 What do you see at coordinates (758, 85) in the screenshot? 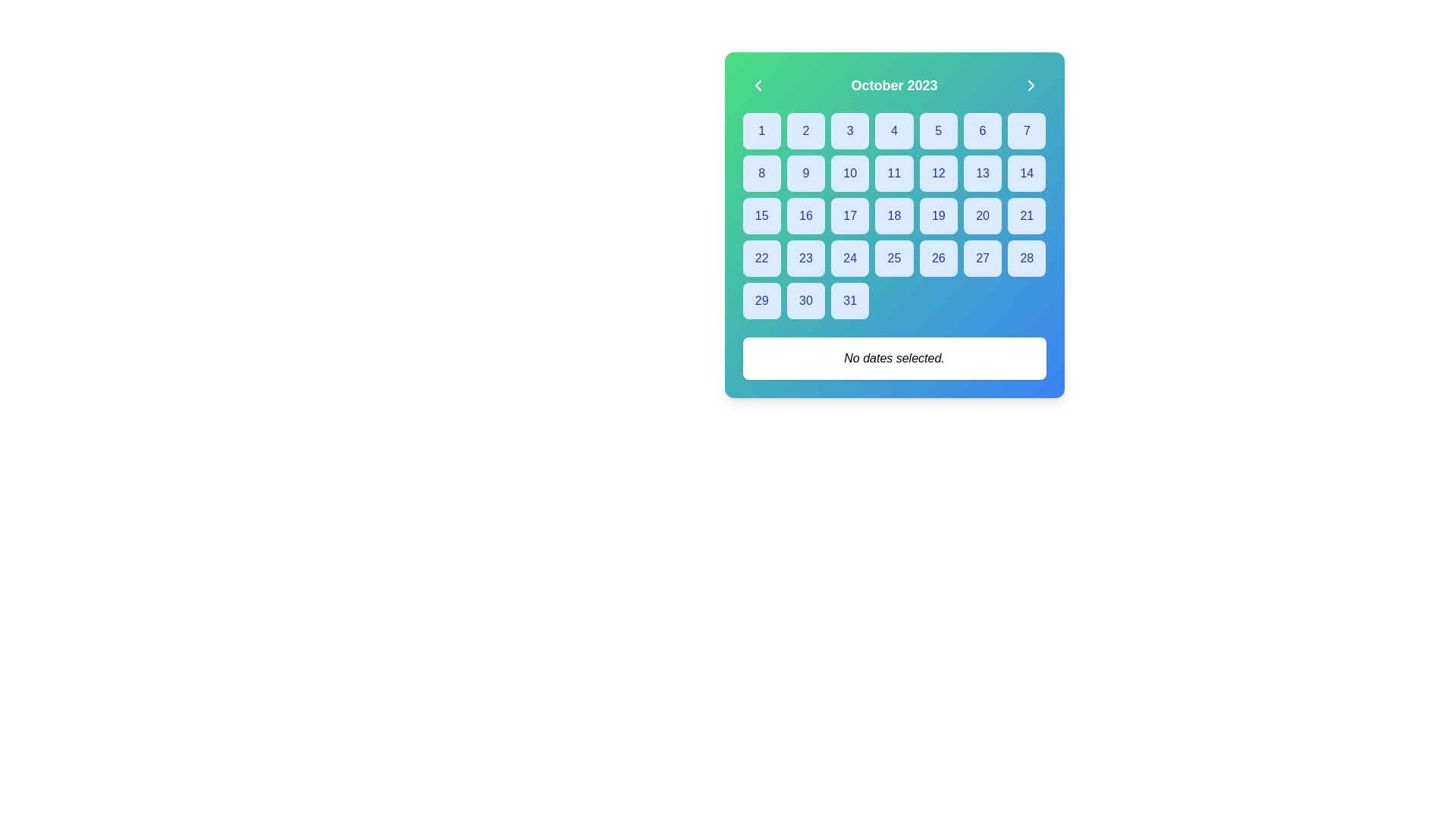
I see `the navigation icon located near the top-left corner of the calendar interface` at bounding box center [758, 85].